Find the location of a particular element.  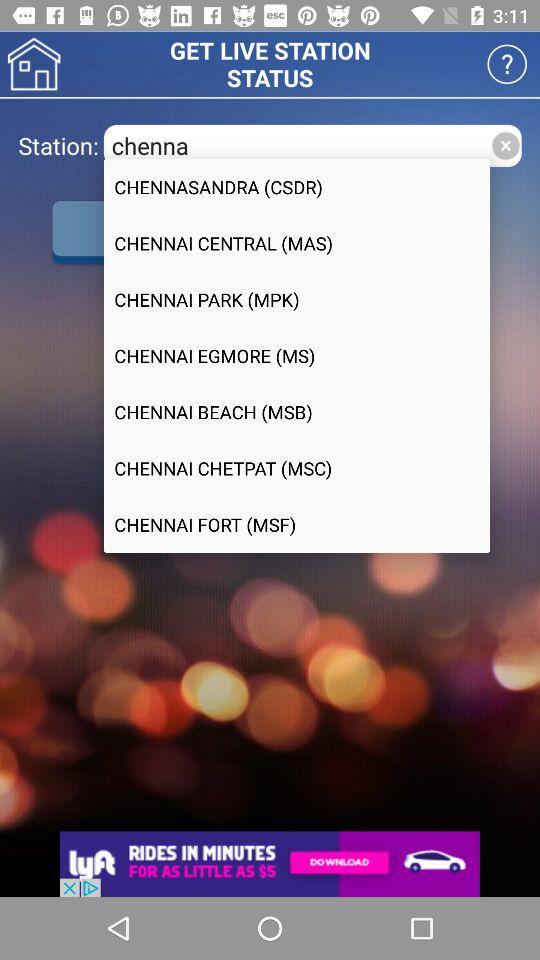

the close icon is located at coordinates (504, 144).